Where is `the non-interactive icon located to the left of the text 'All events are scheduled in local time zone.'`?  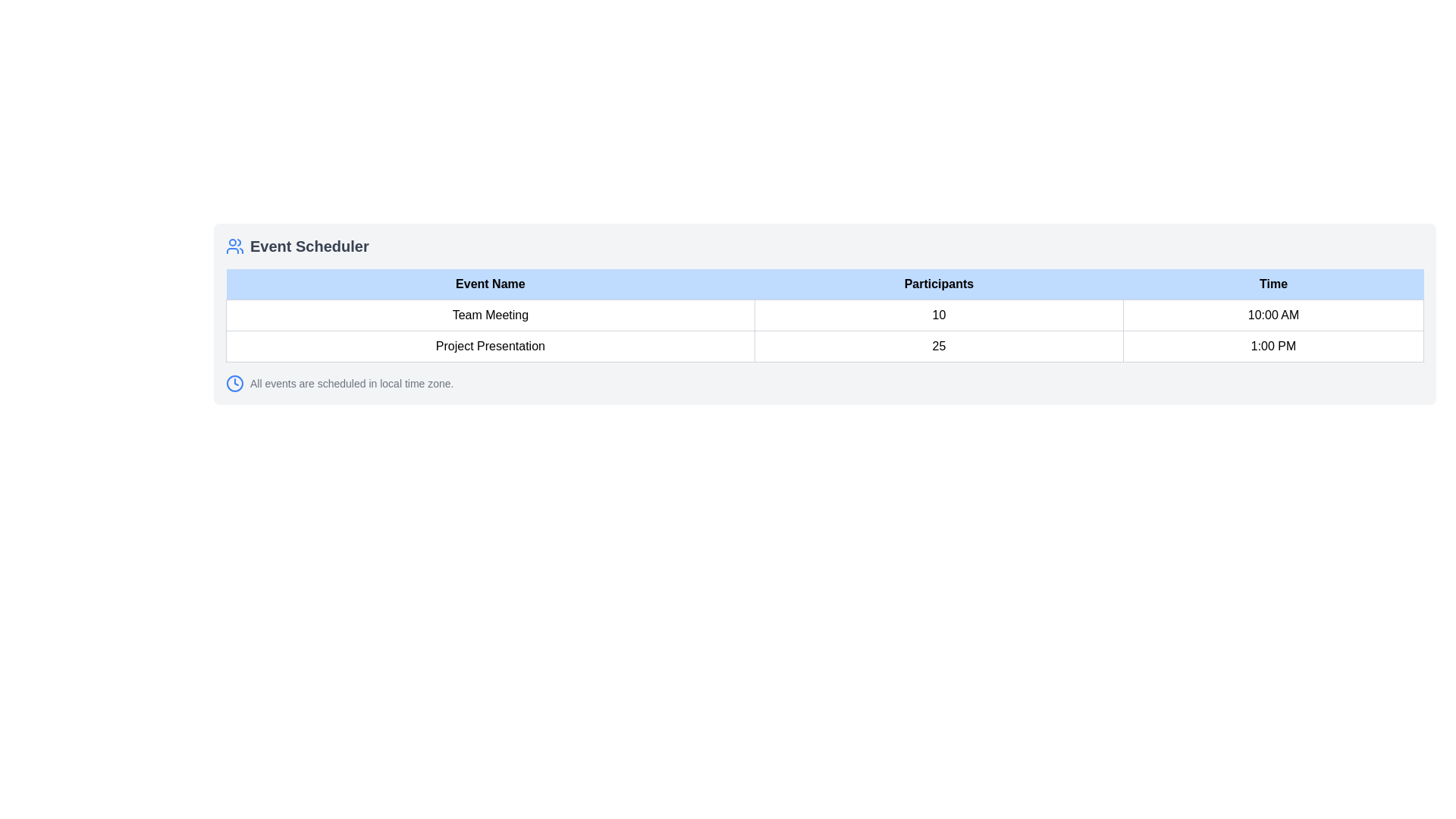 the non-interactive icon located to the left of the text 'All events are scheduled in local time zone.' is located at coordinates (234, 382).